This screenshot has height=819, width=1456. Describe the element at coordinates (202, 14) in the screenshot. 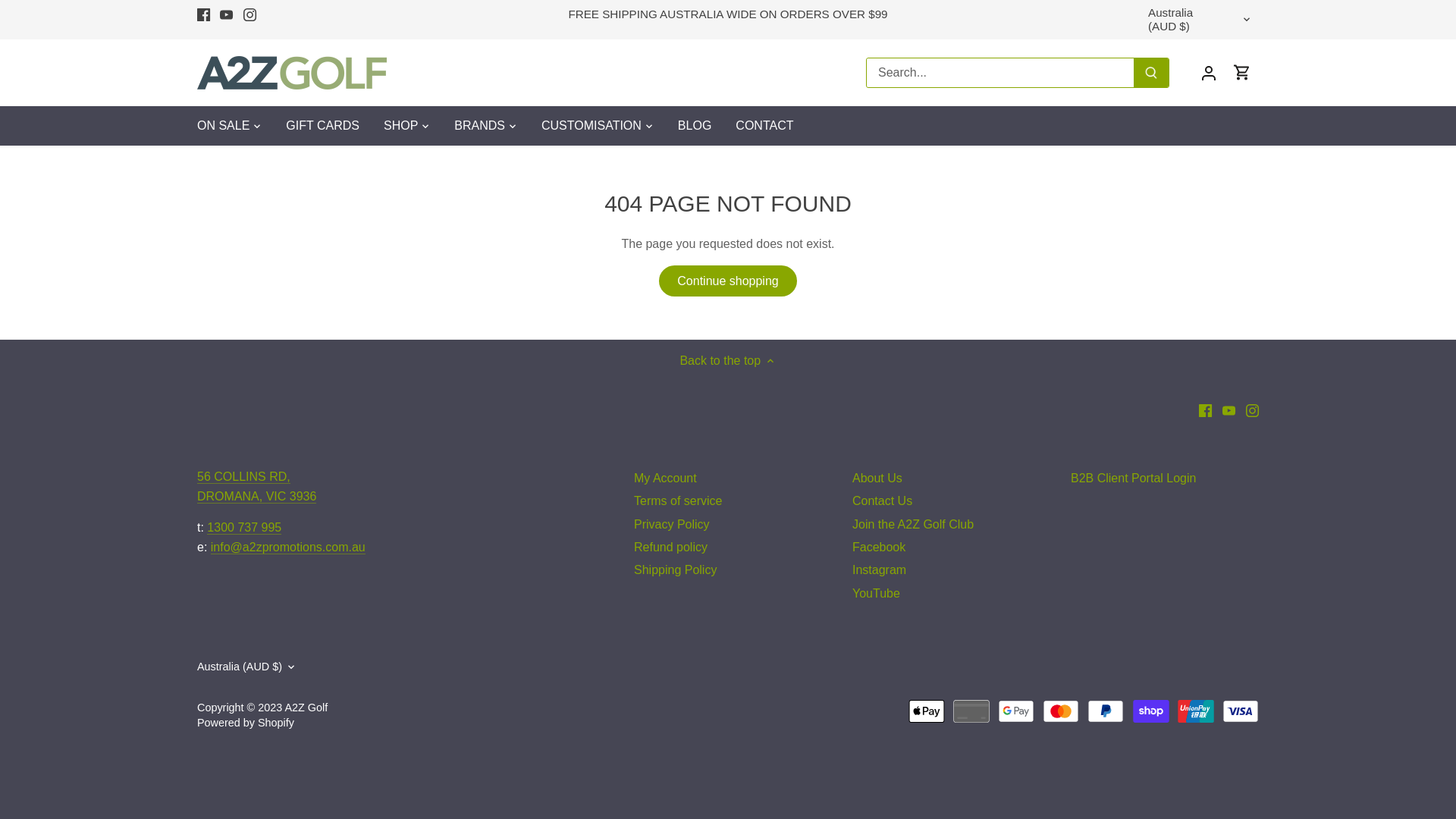

I see `'Facebook'` at that location.